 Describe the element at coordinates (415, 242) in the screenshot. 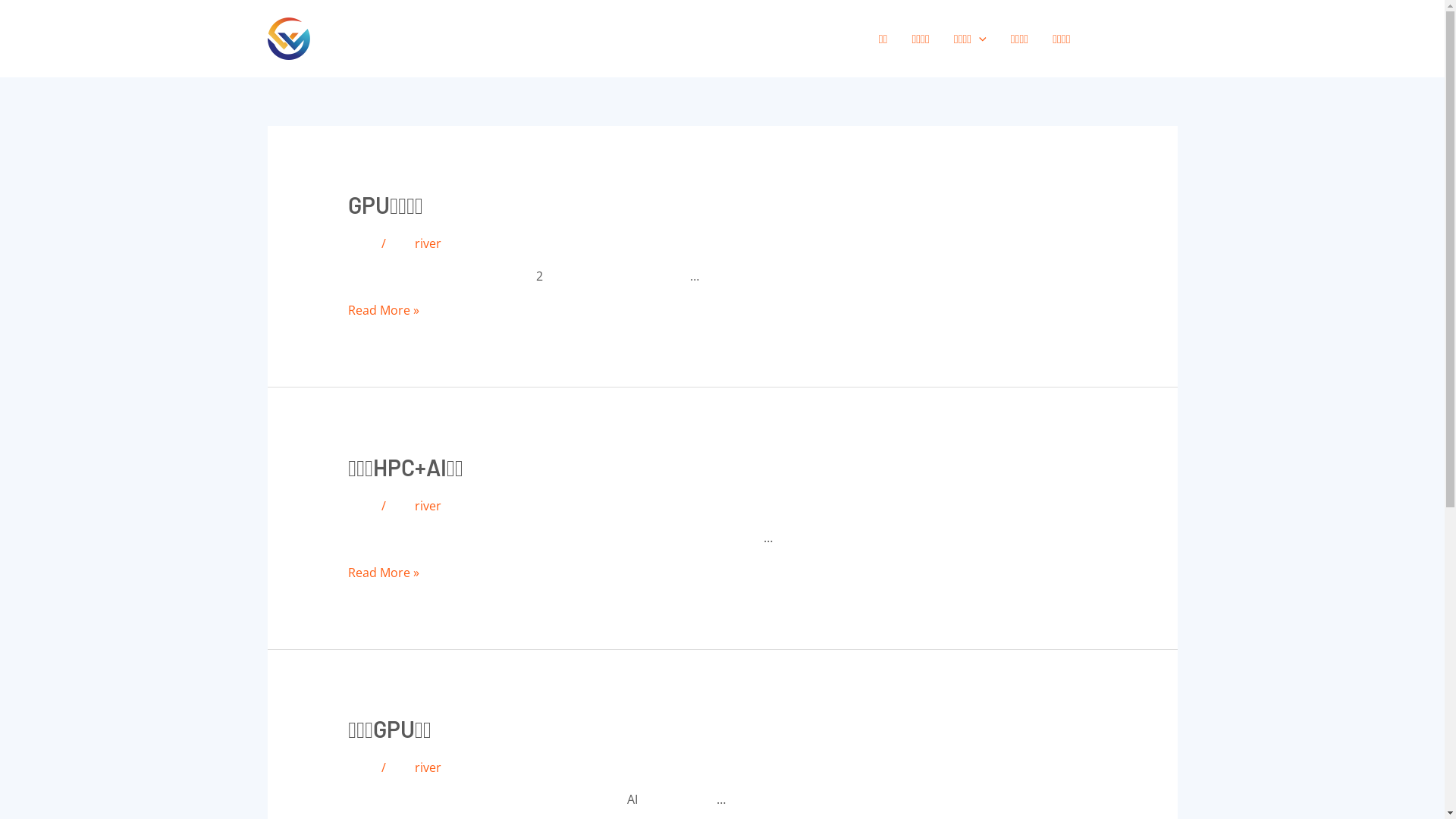

I see `'river'` at that location.